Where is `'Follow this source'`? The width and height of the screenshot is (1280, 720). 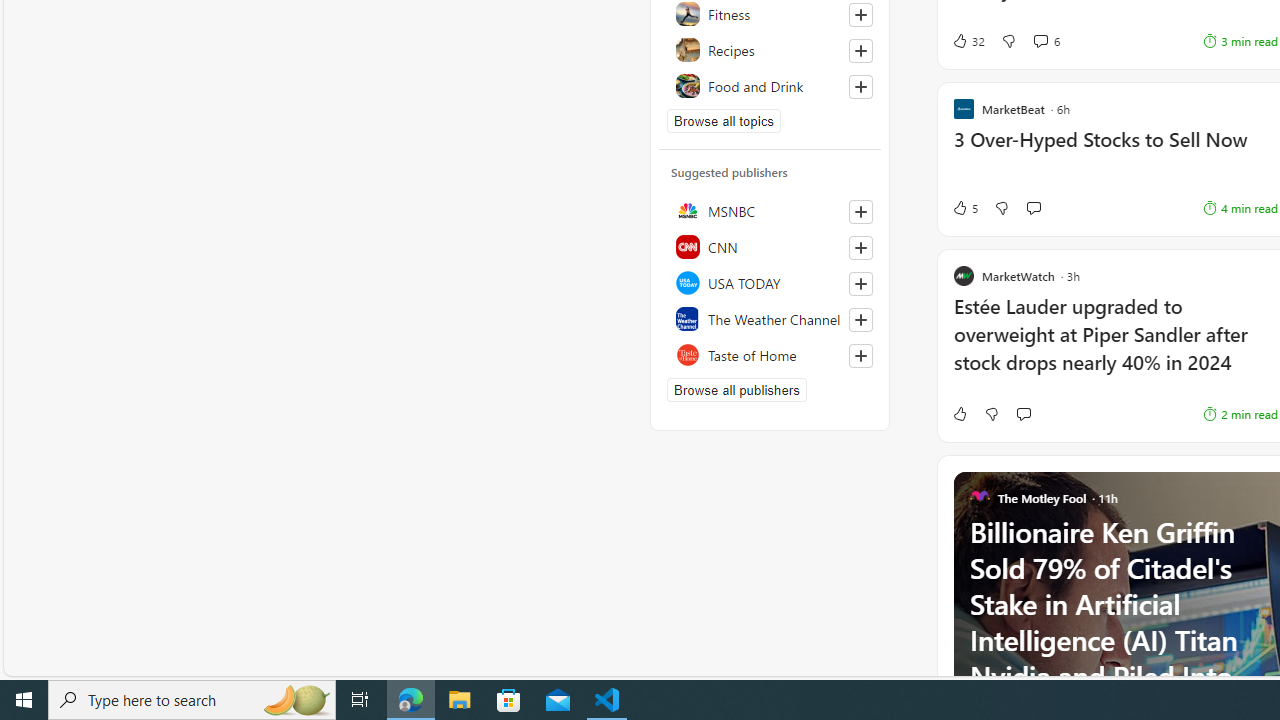
'Follow this source' is located at coordinates (860, 355).